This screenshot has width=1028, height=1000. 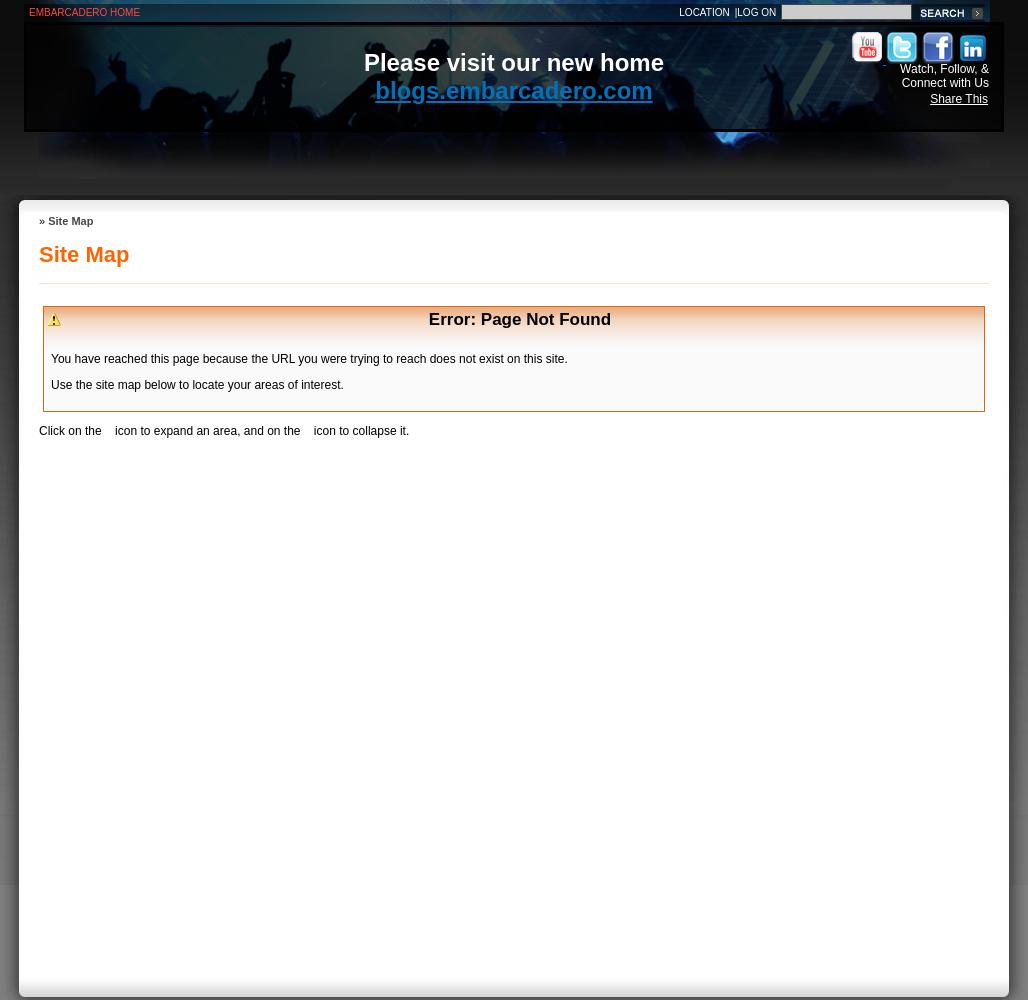 What do you see at coordinates (512, 62) in the screenshot?
I see `'Please visit our new home'` at bounding box center [512, 62].